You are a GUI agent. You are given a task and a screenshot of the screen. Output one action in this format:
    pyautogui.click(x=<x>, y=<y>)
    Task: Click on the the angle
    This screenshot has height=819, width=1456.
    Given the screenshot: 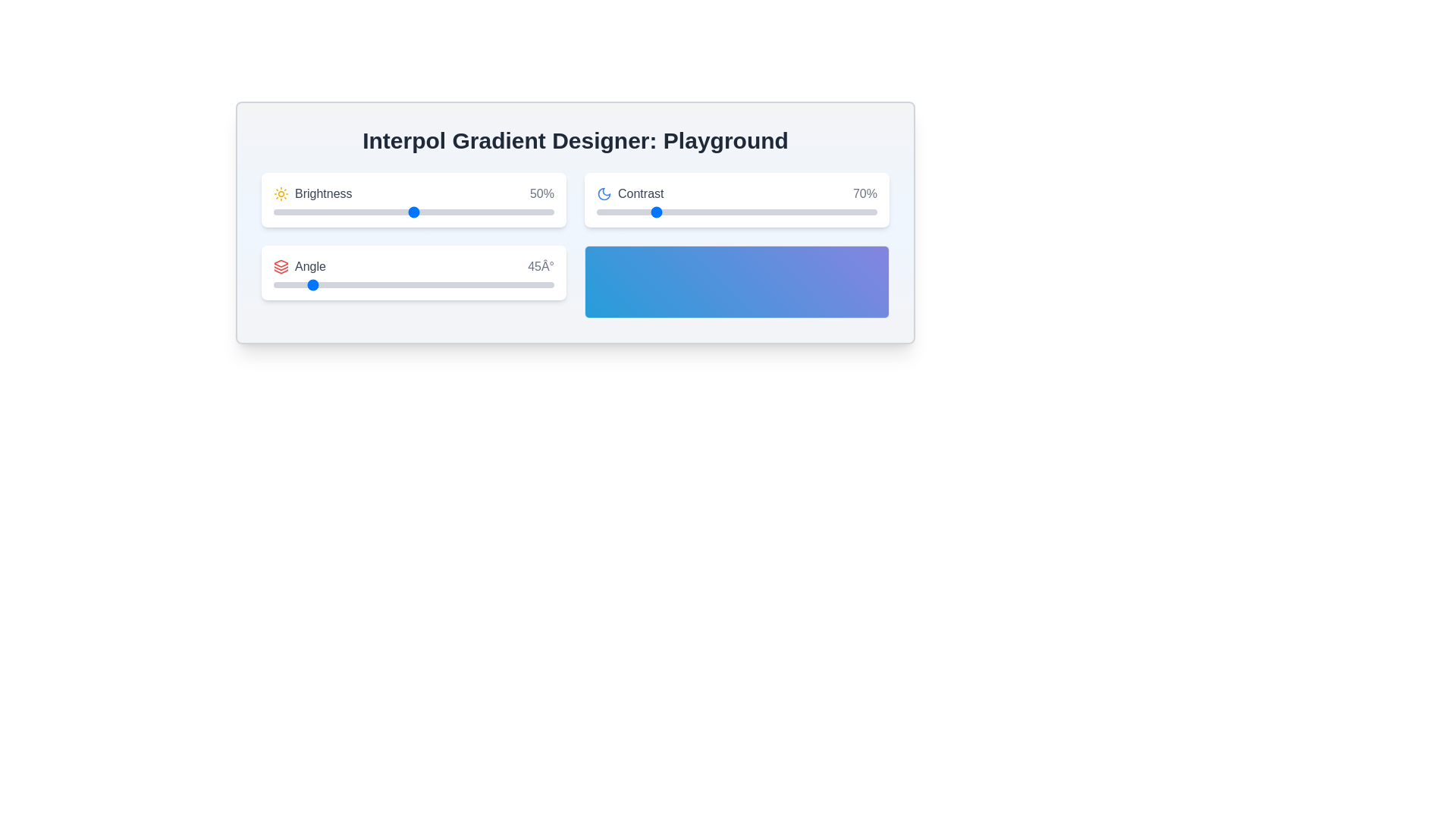 What is the action you would take?
    pyautogui.click(x=541, y=284)
    